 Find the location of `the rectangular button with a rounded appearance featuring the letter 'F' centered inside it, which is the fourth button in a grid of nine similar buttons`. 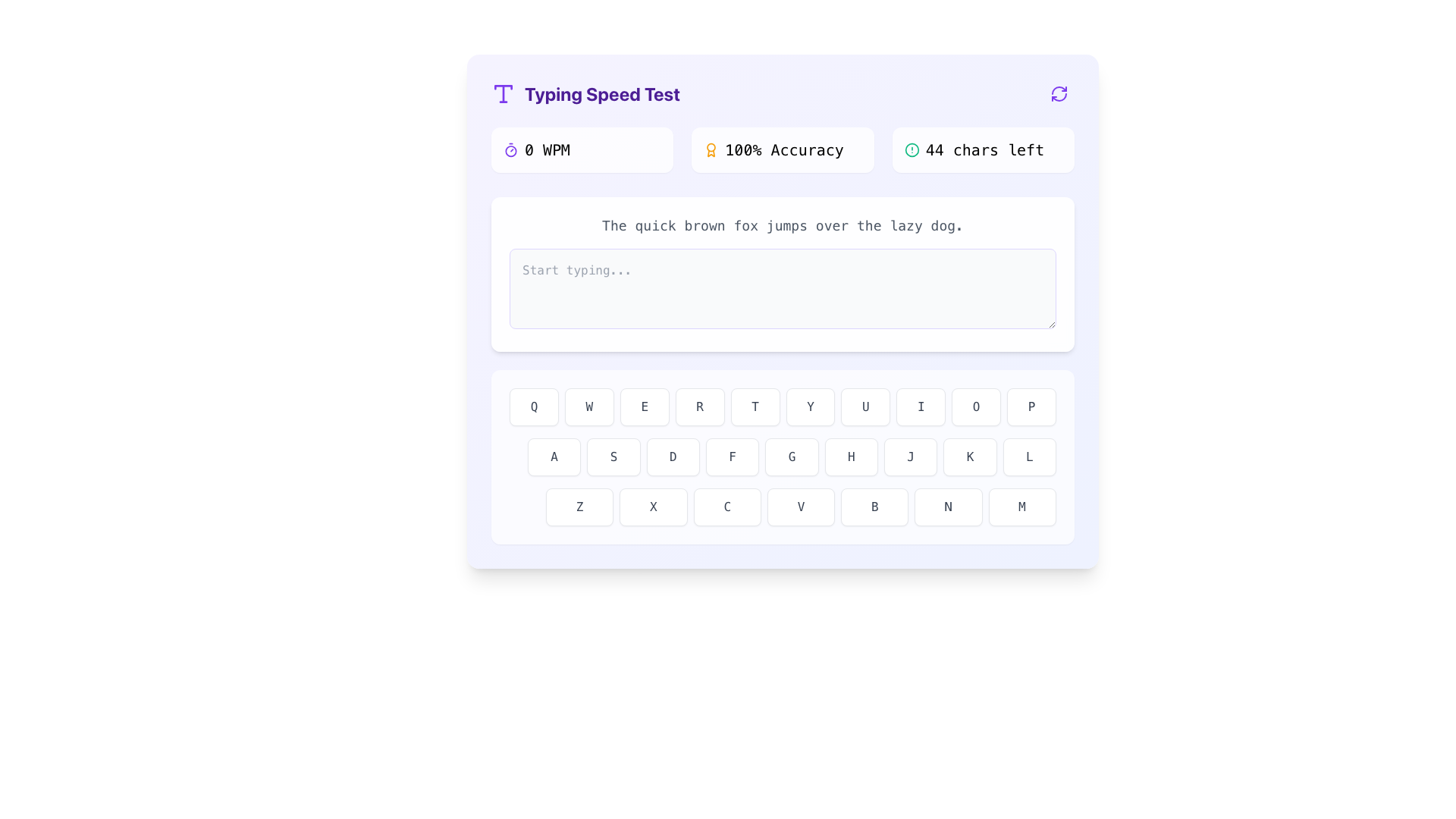

the rectangular button with a rounded appearance featuring the letter 'F' centered inside it, which is the fourth button in a grid of nine similar buttons is located at coordinates (733, 456).